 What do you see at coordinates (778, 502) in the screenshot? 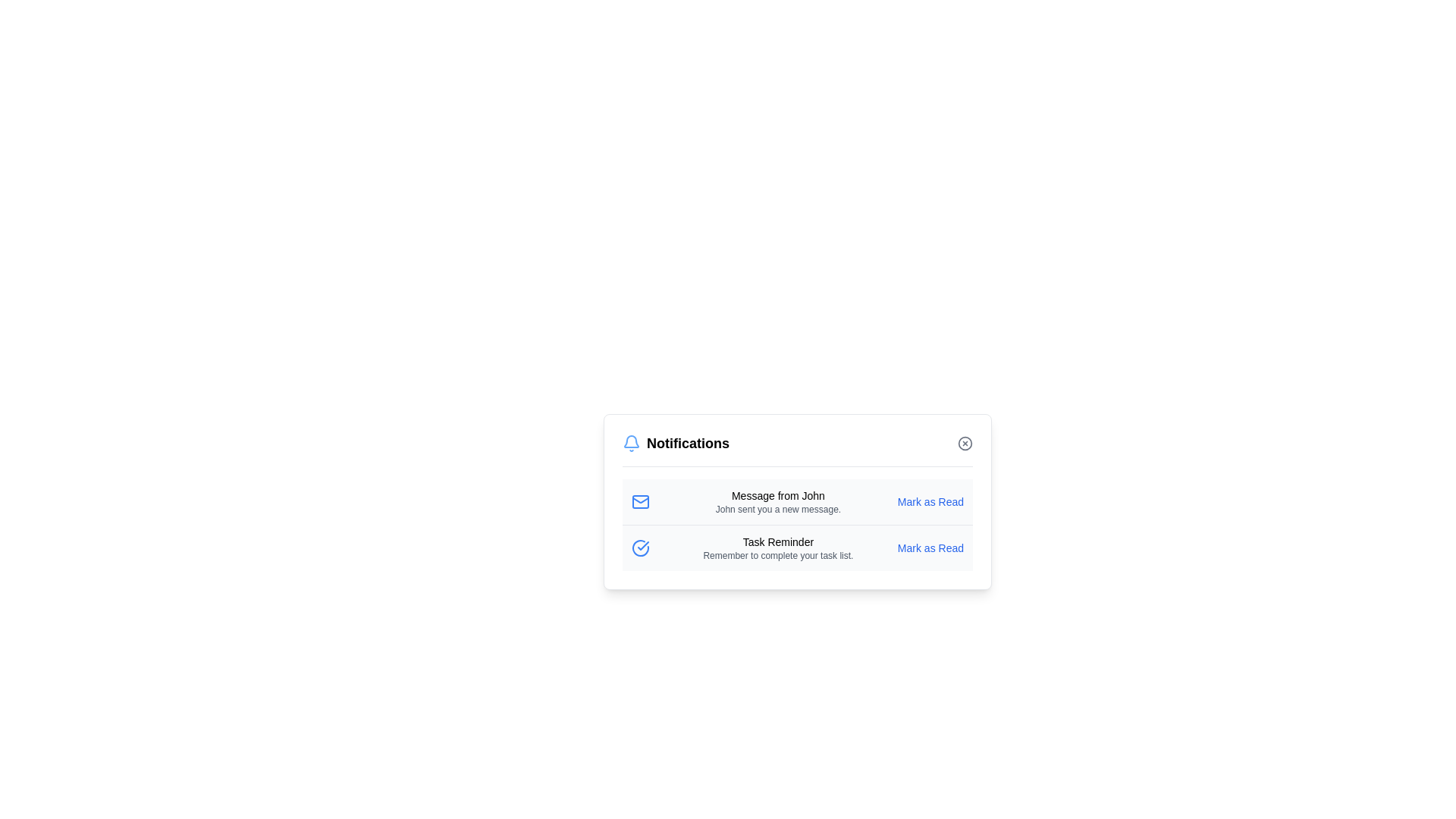
I see `the text block displaying the notification 'Message from John' which includes the smaller text 'John sent you a new message.'` at bounding box center [778, 502].